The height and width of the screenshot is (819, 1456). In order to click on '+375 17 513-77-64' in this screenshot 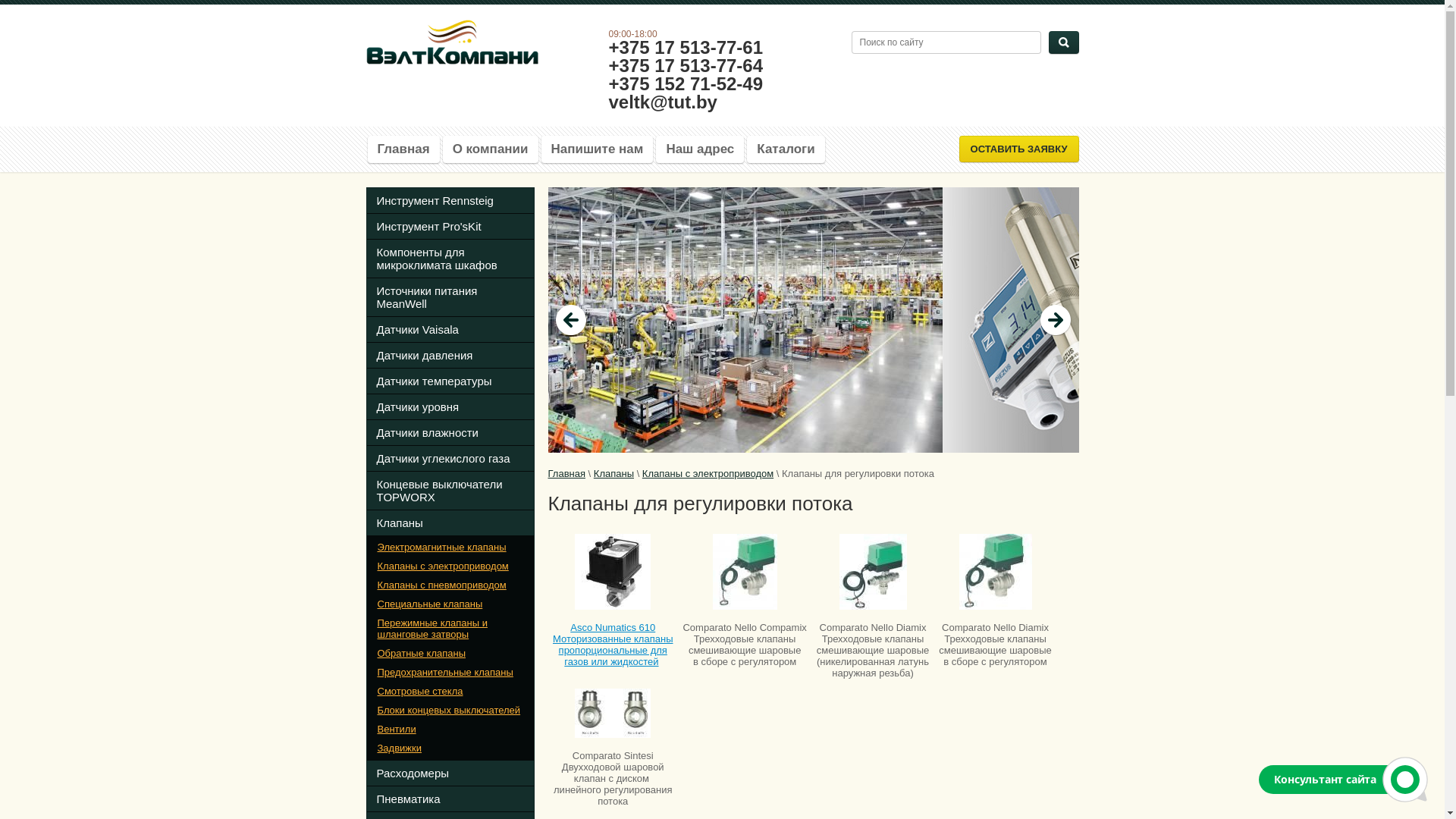, I will do `click(684, 64)`.